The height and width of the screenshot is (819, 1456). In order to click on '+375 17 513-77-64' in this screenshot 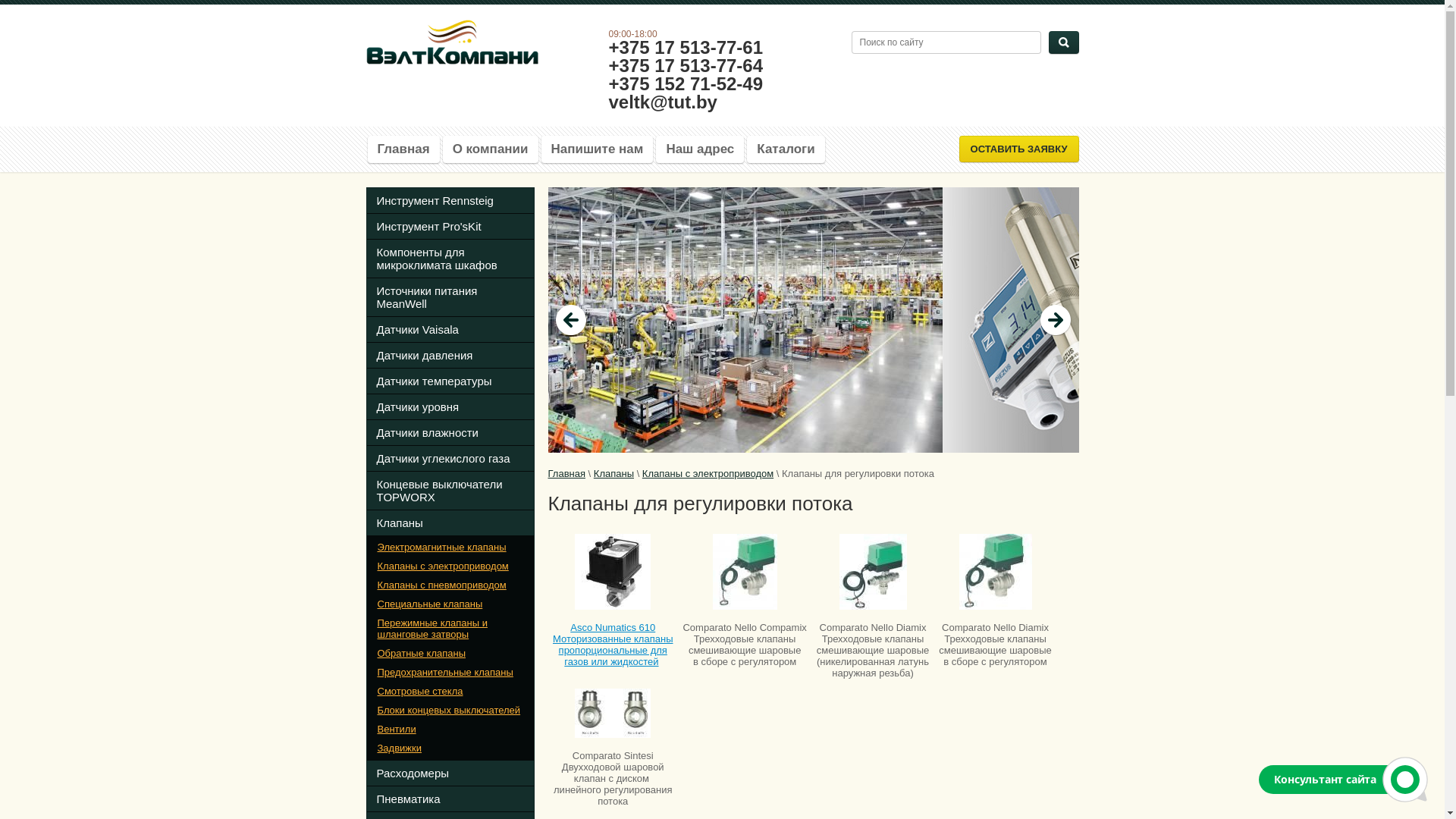, I will do `click(684, 64)`.